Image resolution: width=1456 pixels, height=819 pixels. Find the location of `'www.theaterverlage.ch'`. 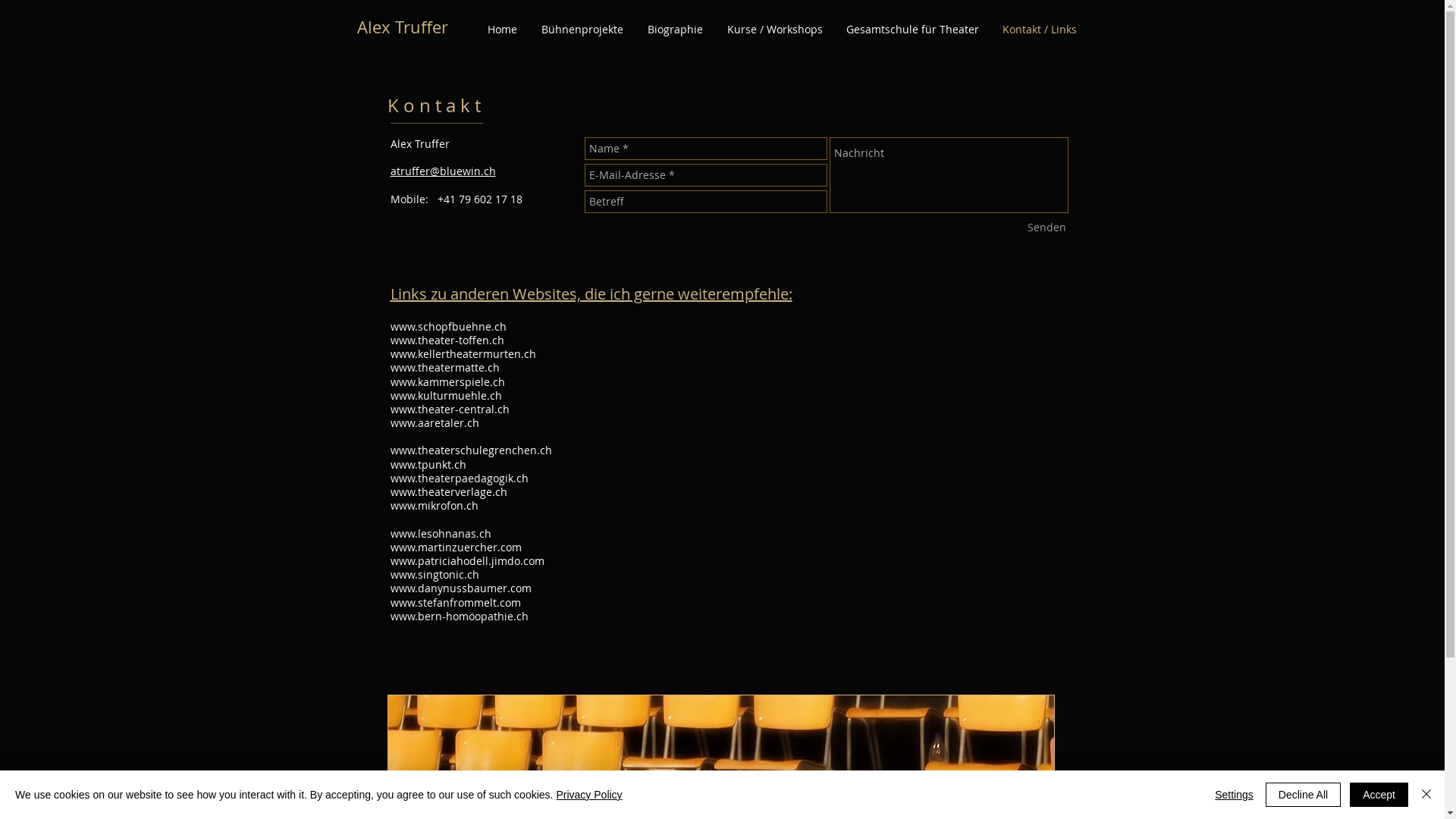

'www.theaterverlage.ch' is located at coordinates (389, 491).